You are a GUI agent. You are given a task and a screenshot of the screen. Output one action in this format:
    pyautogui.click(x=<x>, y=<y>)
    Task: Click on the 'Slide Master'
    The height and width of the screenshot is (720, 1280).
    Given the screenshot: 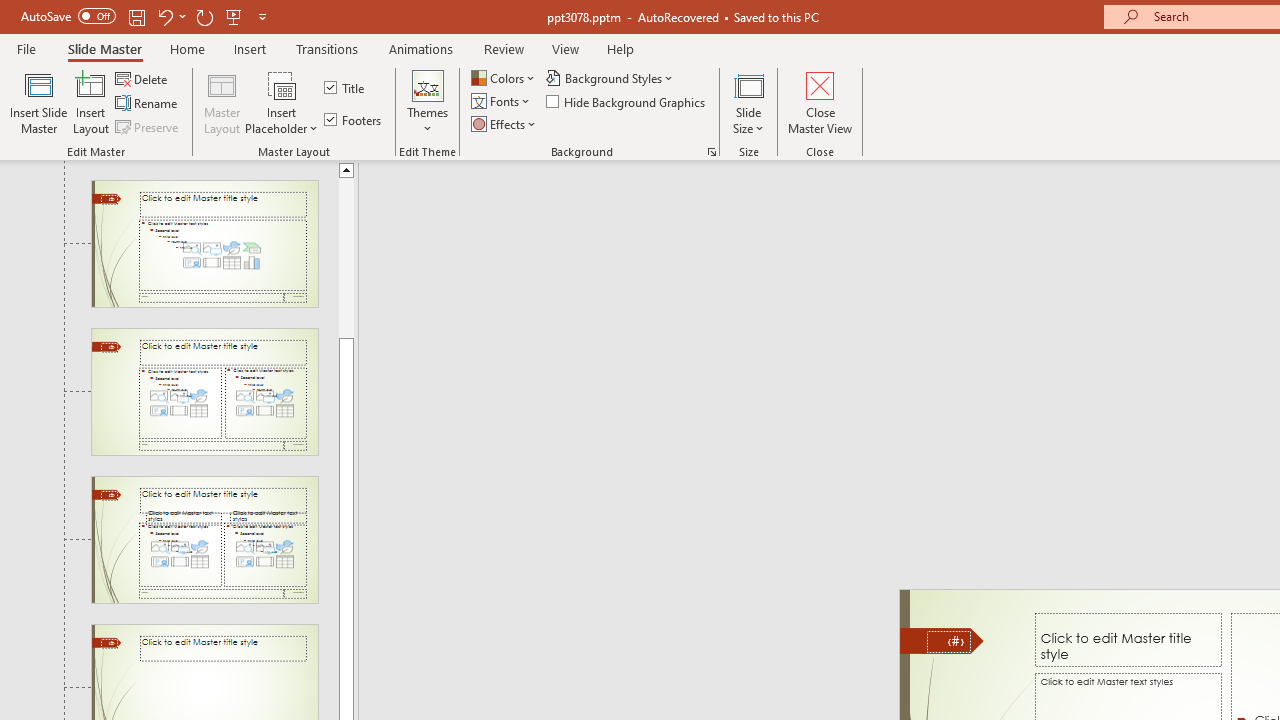 What is the action you would take?
    pyautogui.click(x=103, y=48)
    